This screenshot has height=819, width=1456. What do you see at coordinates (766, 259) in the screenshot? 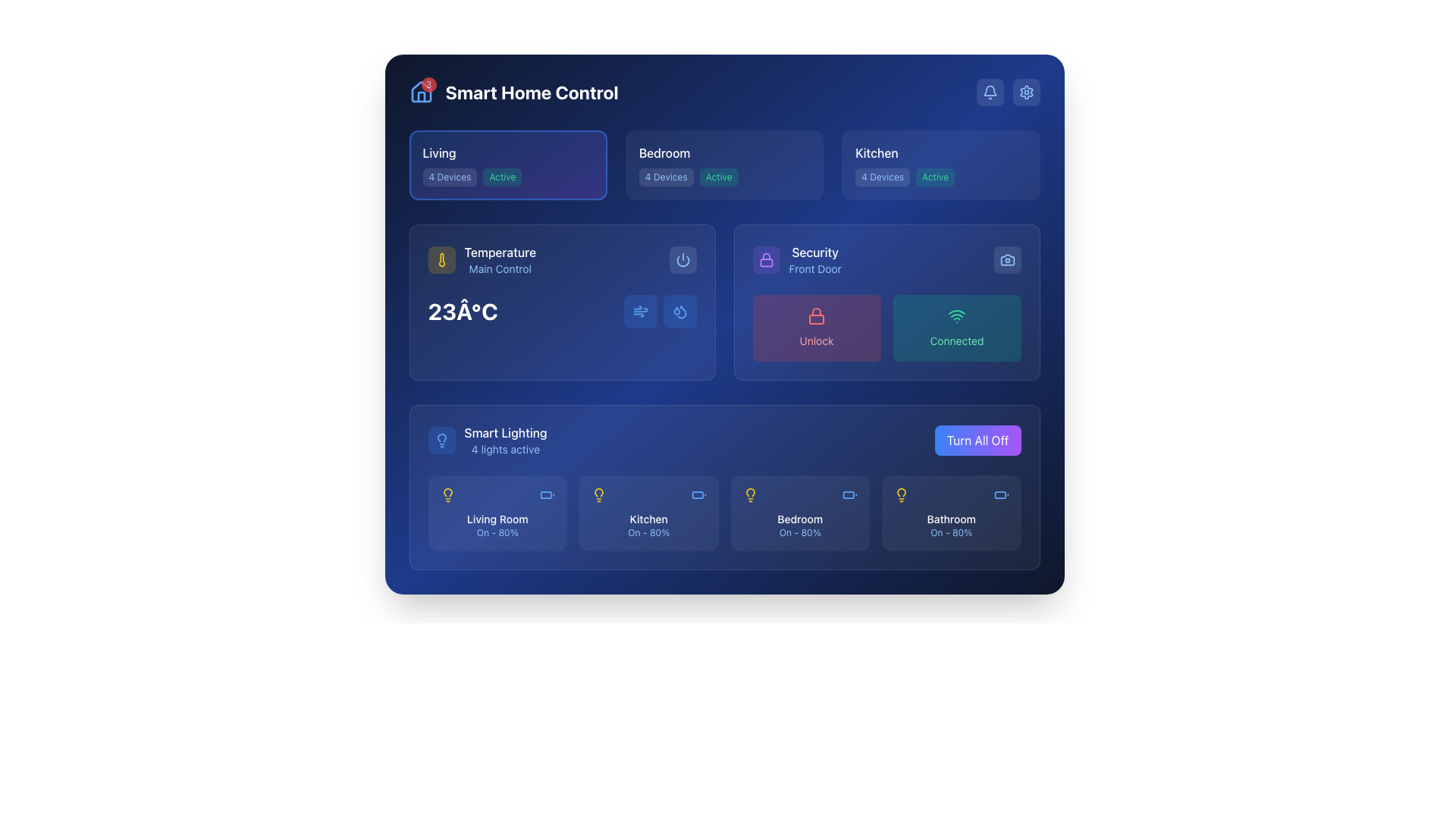
I see `lock icon representing security features in the 'Security - Front Door' section, located inside a purple-shaded rounded rectangle and adjacent to the 'Unlock' button` at bounding box center [766, 259].